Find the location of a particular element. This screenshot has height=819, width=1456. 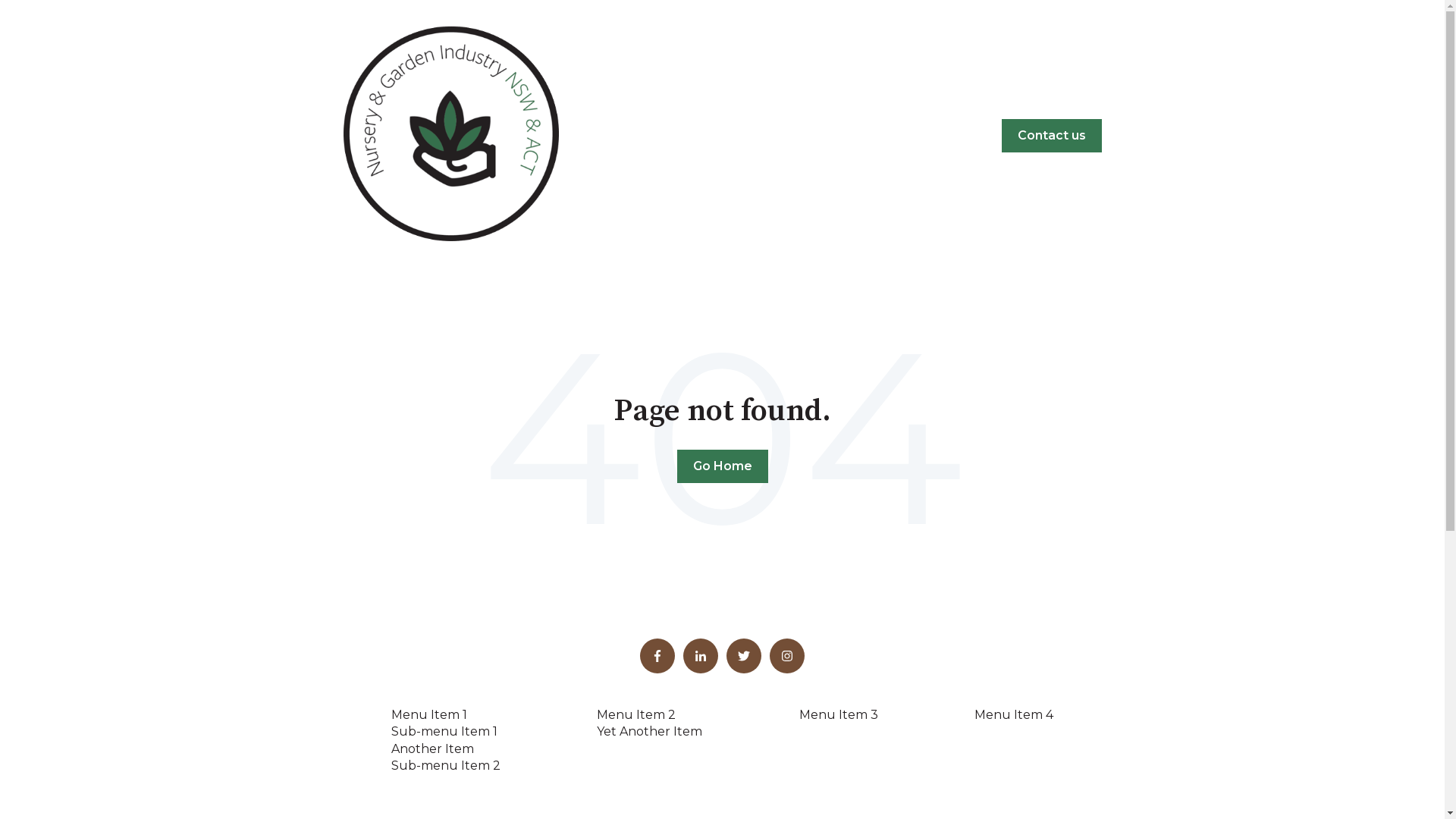

'Menu Item 1' is located at coordinates (428, 714).